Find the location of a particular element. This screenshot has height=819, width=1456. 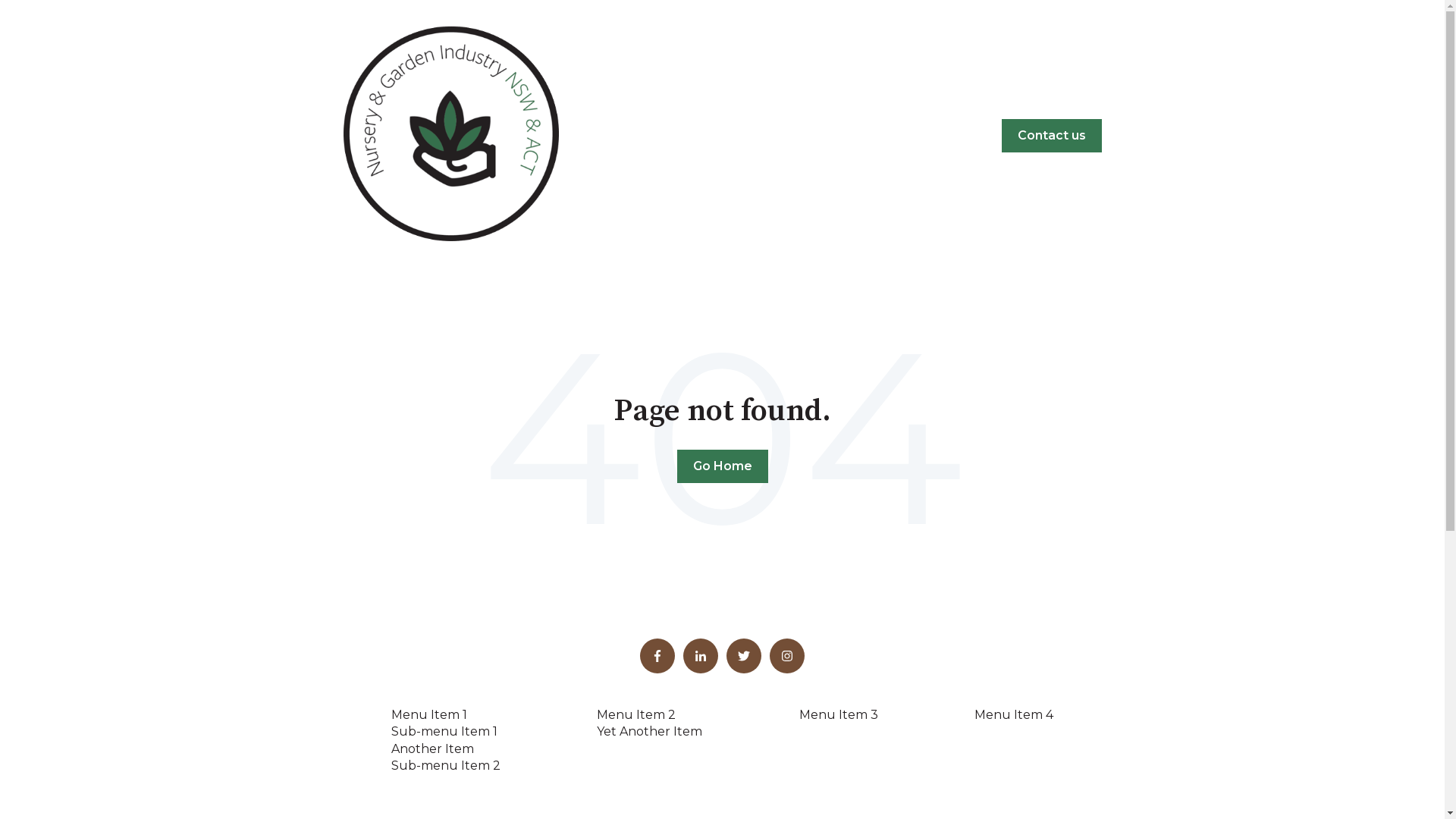

'Menu Item 1' is located at coordinates (428, 714).